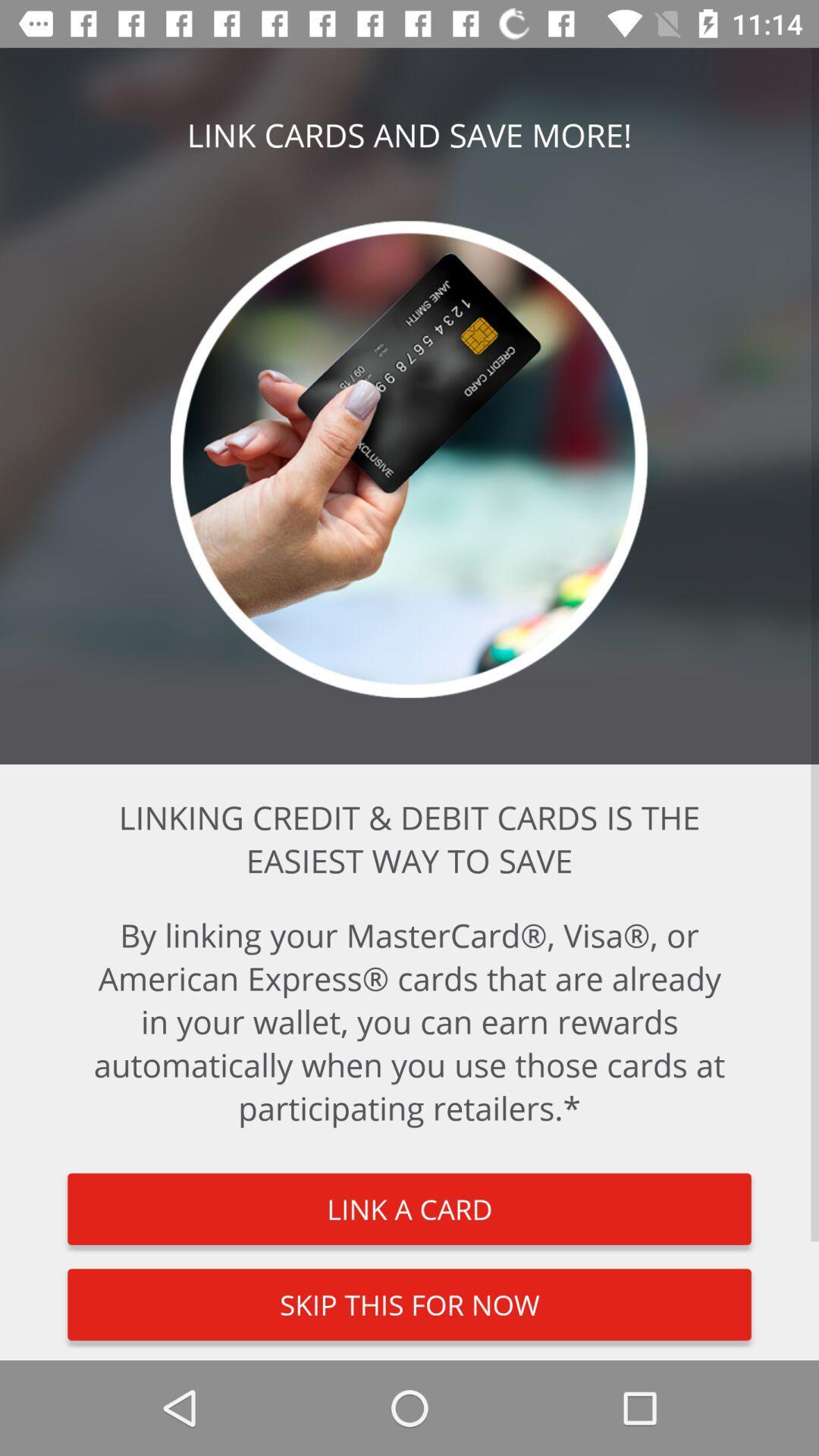 This screenshot has width=819, height=1456. I want to click on link a card item, so click(409, 1208).